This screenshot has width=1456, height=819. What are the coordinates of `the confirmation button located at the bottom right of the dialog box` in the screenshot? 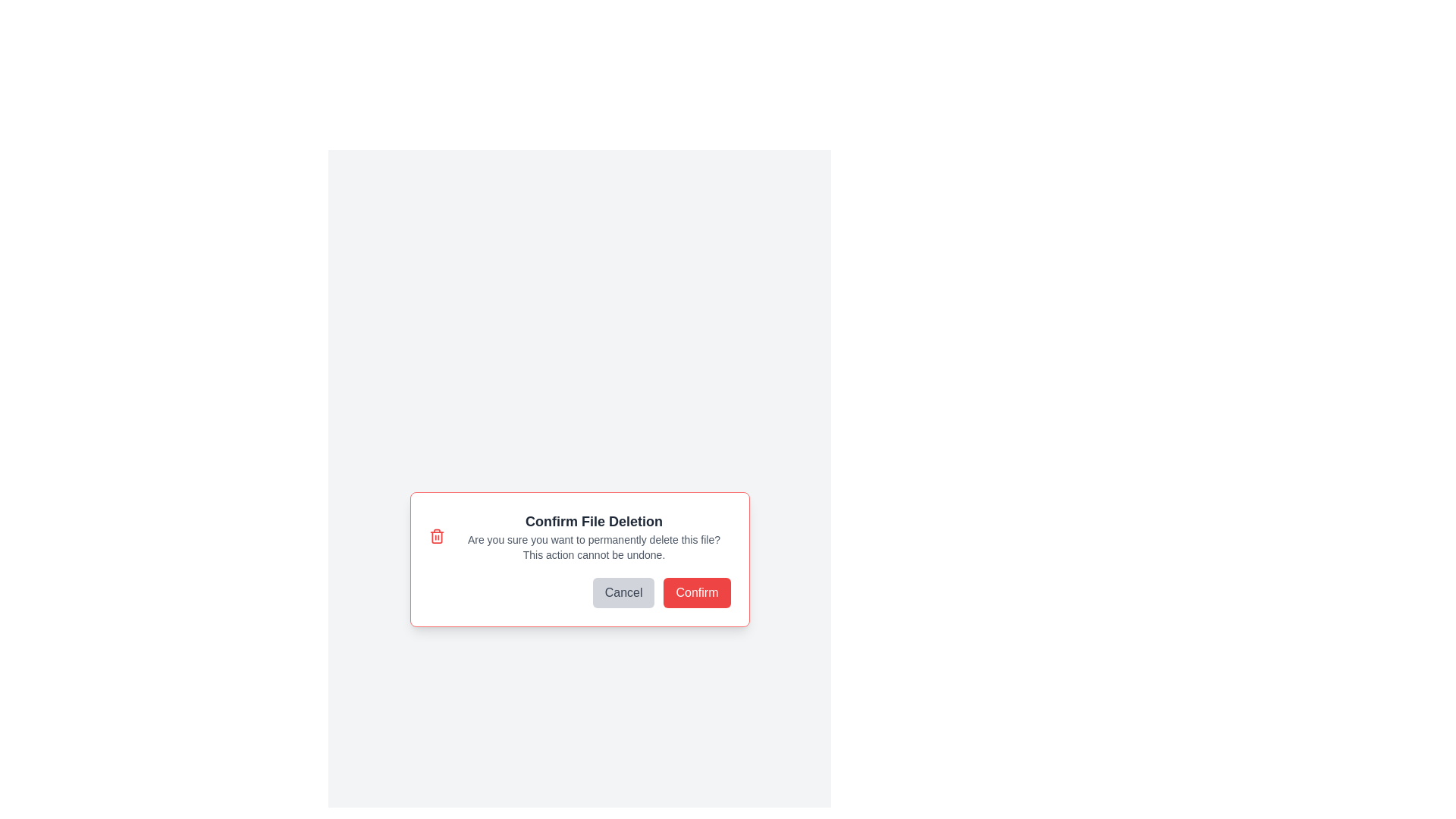 It's located at (696, 592).